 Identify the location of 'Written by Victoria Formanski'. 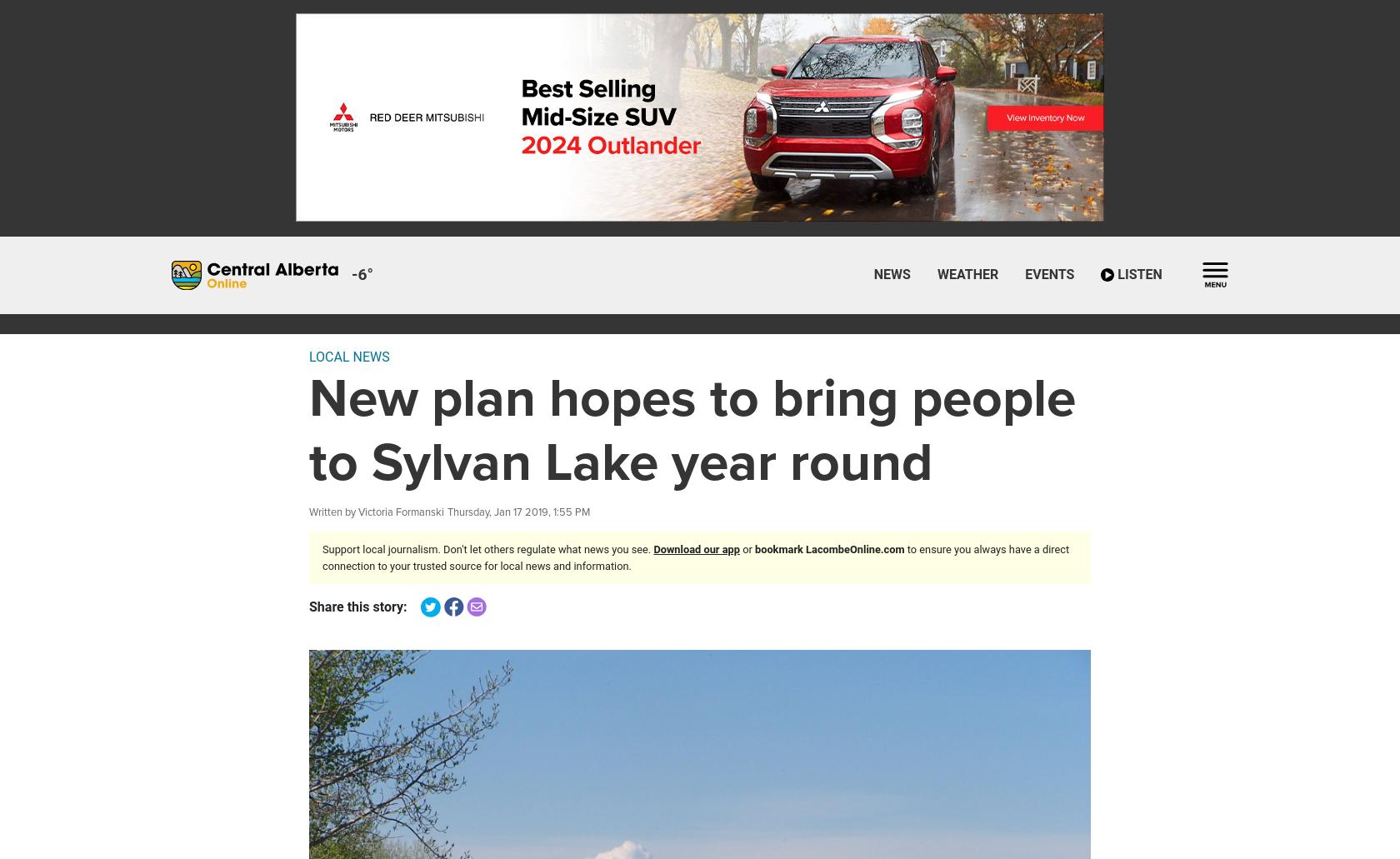
(376, 511).